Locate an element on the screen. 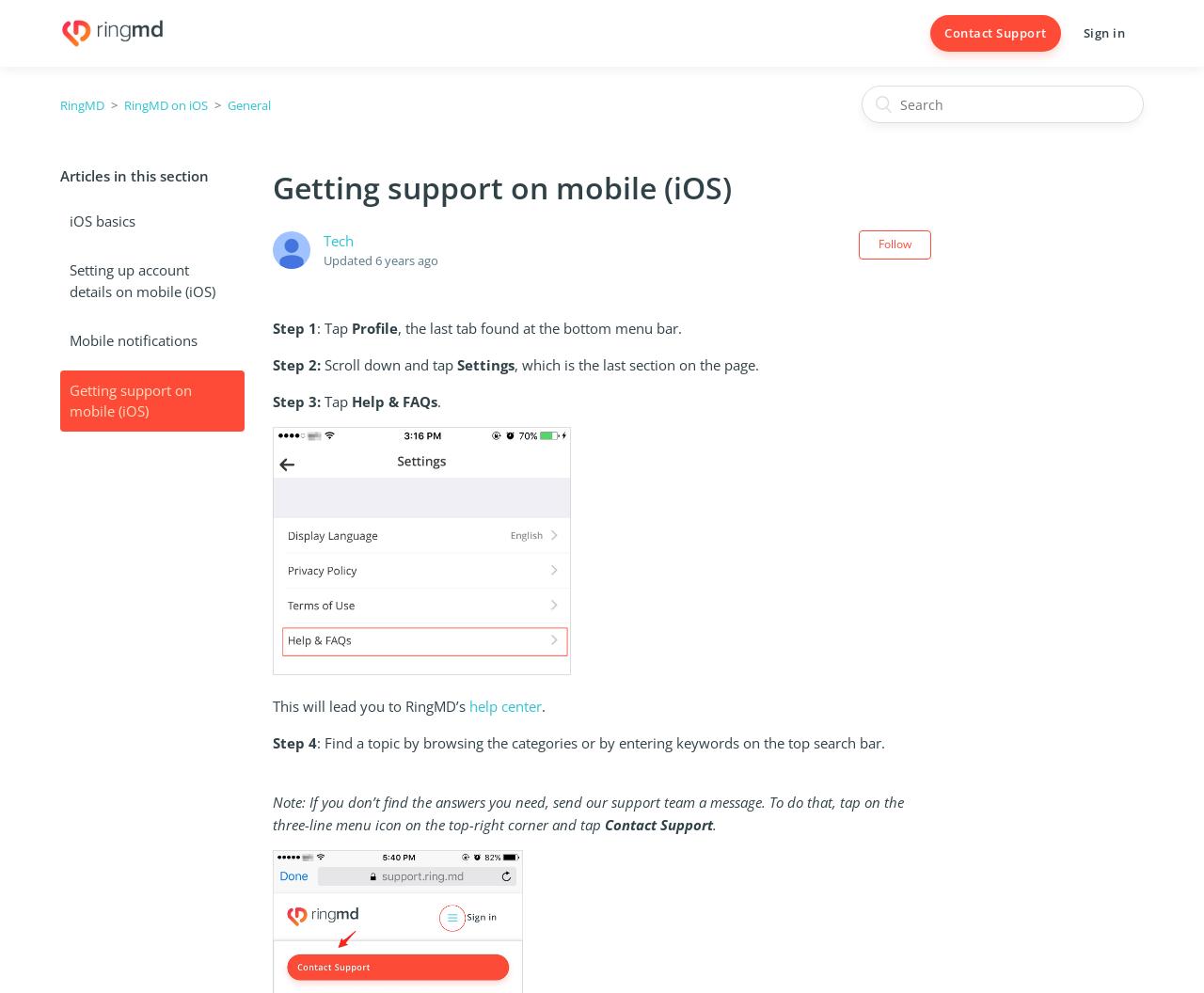 This screenshot has height=993, width=1204. ': Find a topic by browsing the categories or by entering keywords on the top search bar.' is located at coordinates (604, 741).